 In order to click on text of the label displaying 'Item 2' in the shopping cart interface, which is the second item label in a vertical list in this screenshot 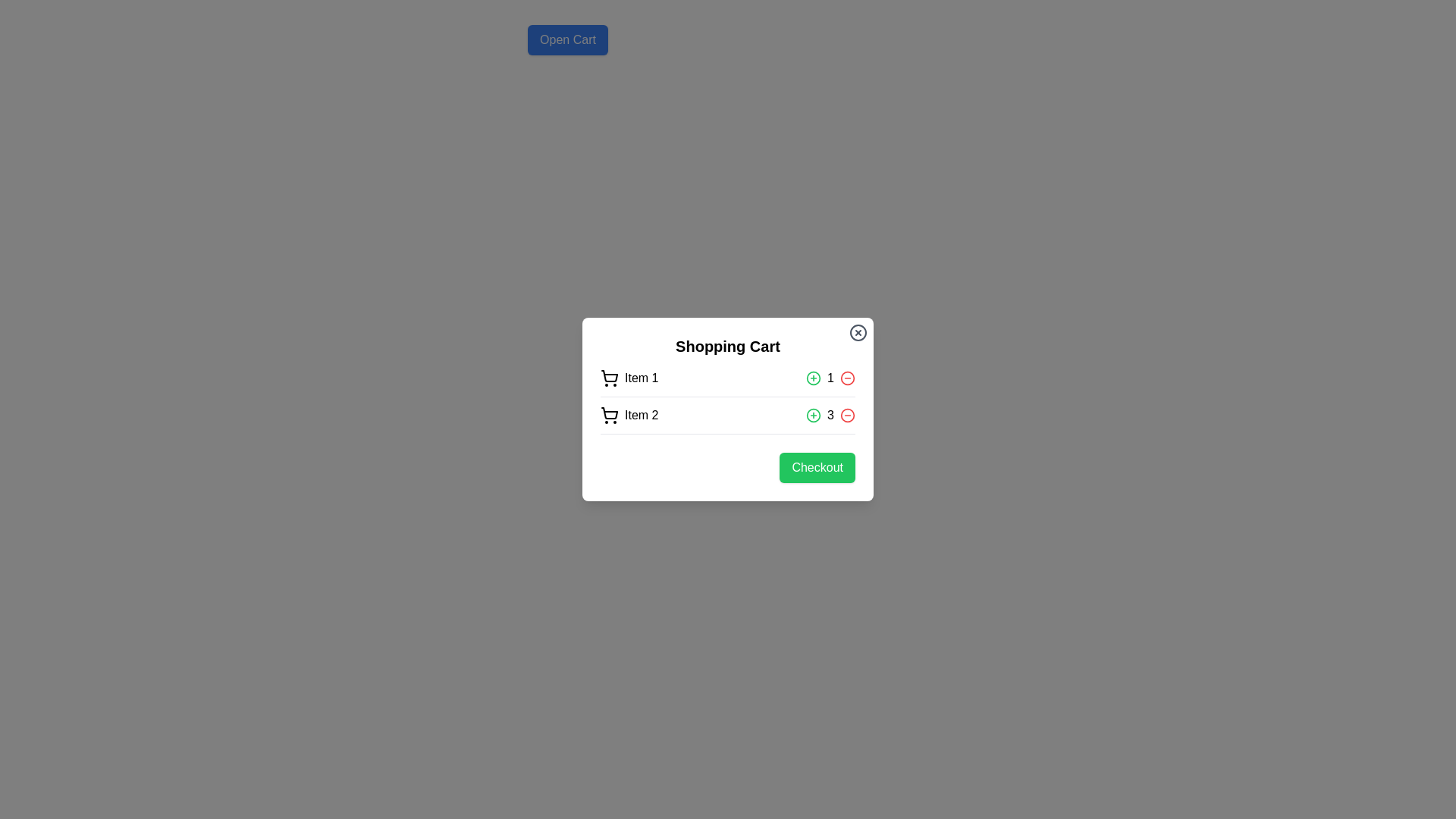, I will do `click(642, 415)`.